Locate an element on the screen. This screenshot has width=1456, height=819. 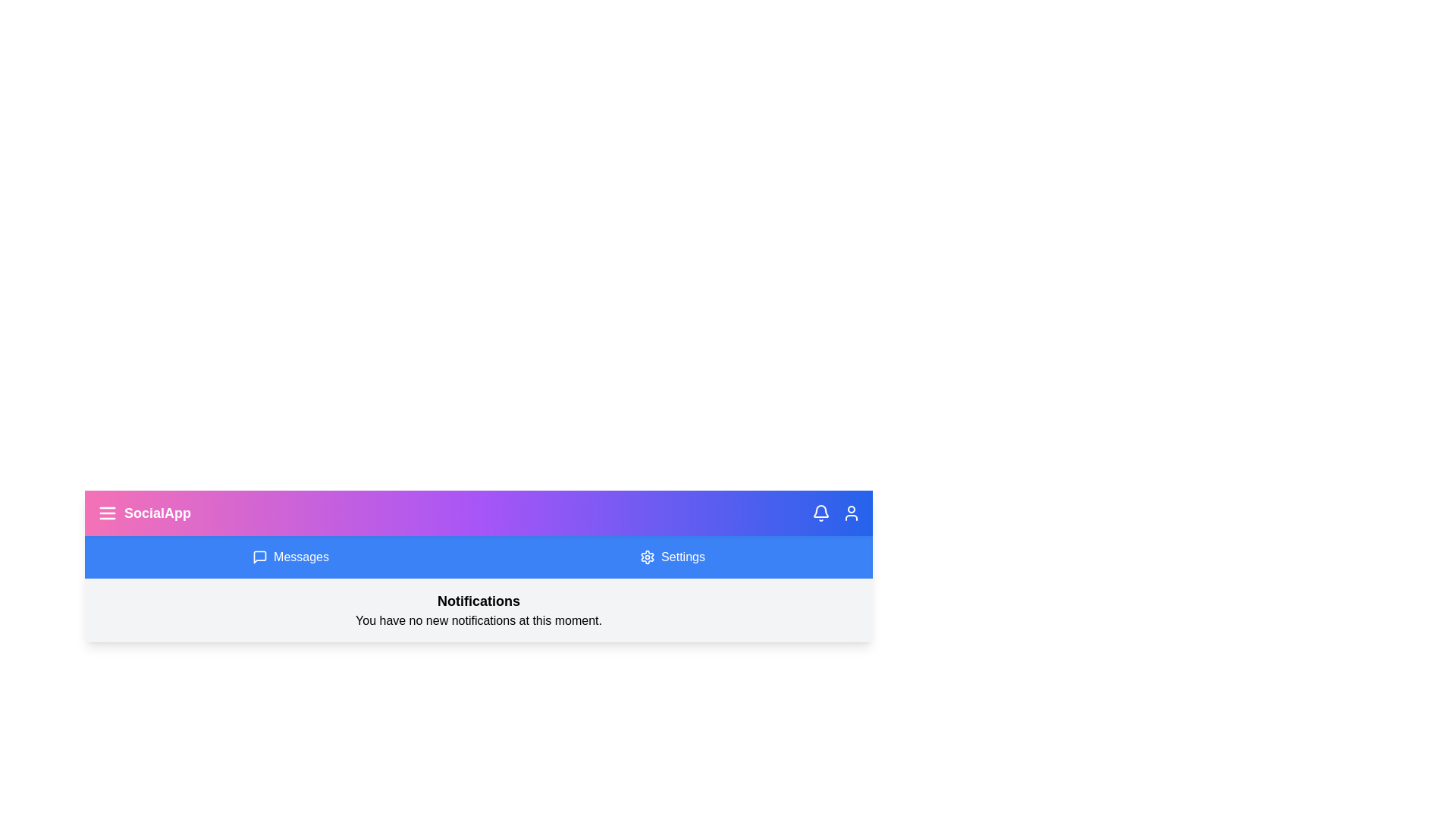
the 'Settings' button in the navigation bar is located at coordinates (672, 557).